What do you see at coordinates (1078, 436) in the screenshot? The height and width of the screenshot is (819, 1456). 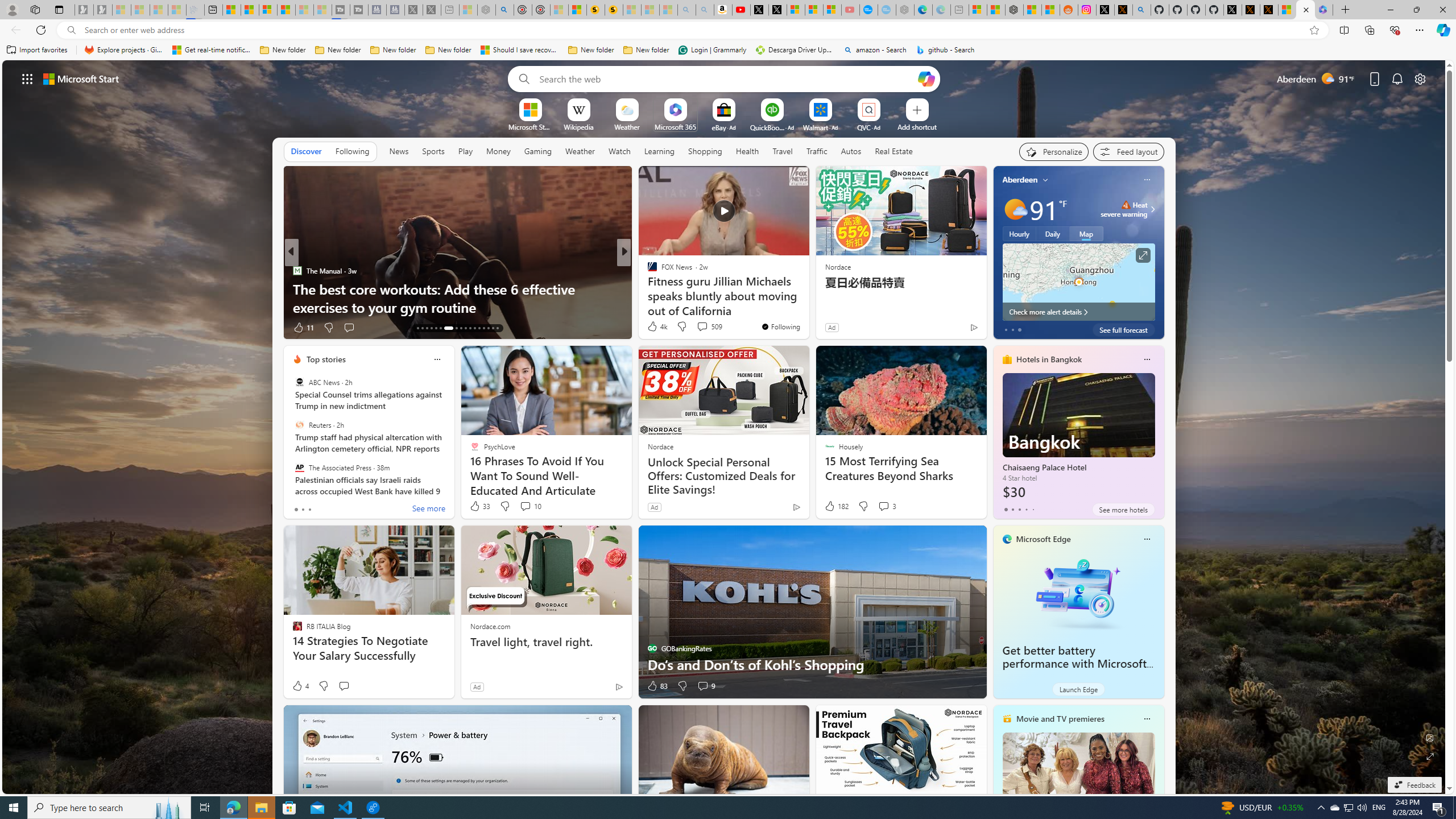 I see `'Chaisaeng Palace Hotel'` at bounding box center [1078, 436].